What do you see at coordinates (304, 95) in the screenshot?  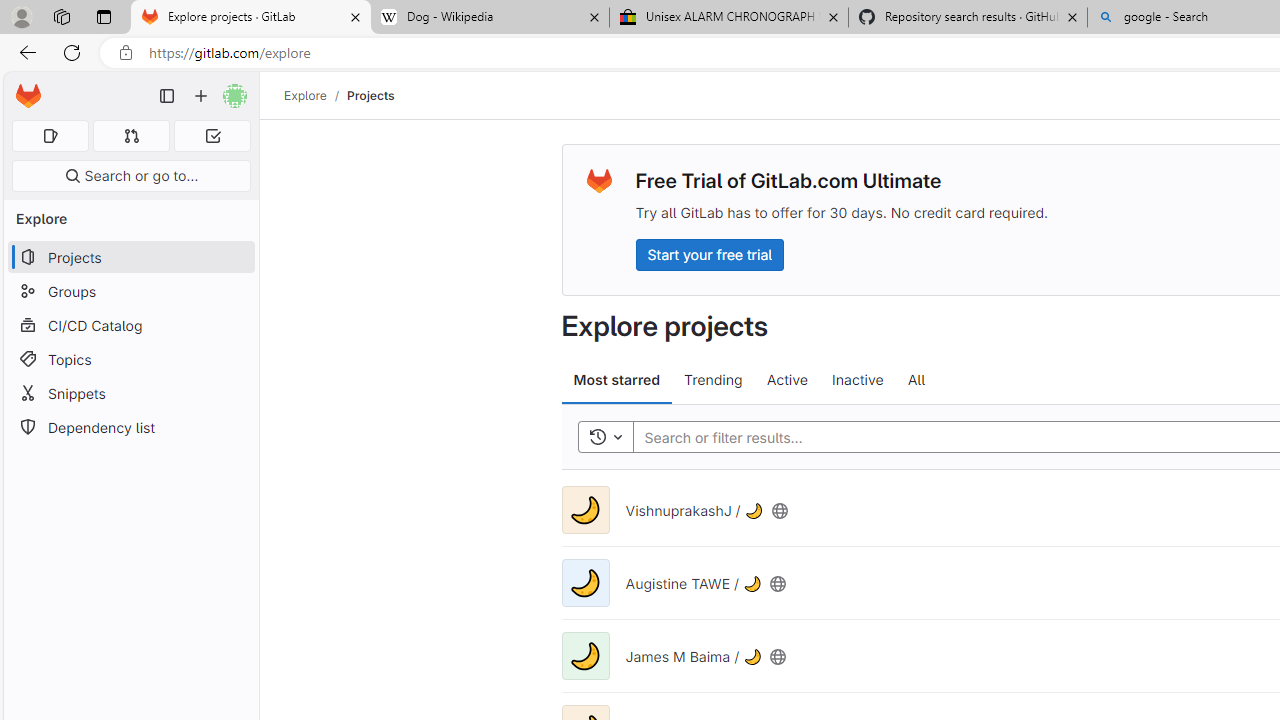 I see `'Explore'` at bounding box center [304, 95].